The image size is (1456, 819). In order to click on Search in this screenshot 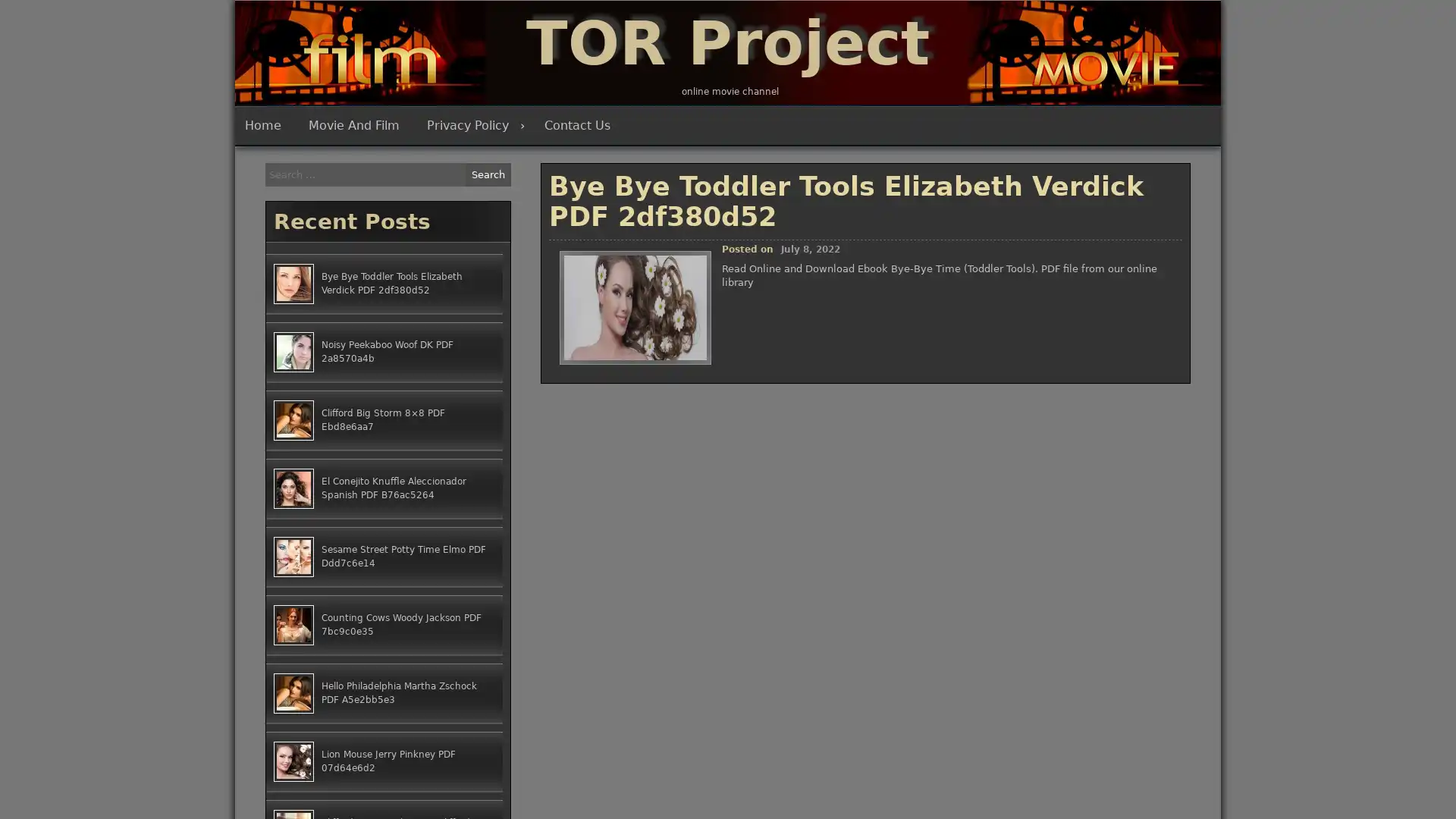, I will do `click(488, 174)`.